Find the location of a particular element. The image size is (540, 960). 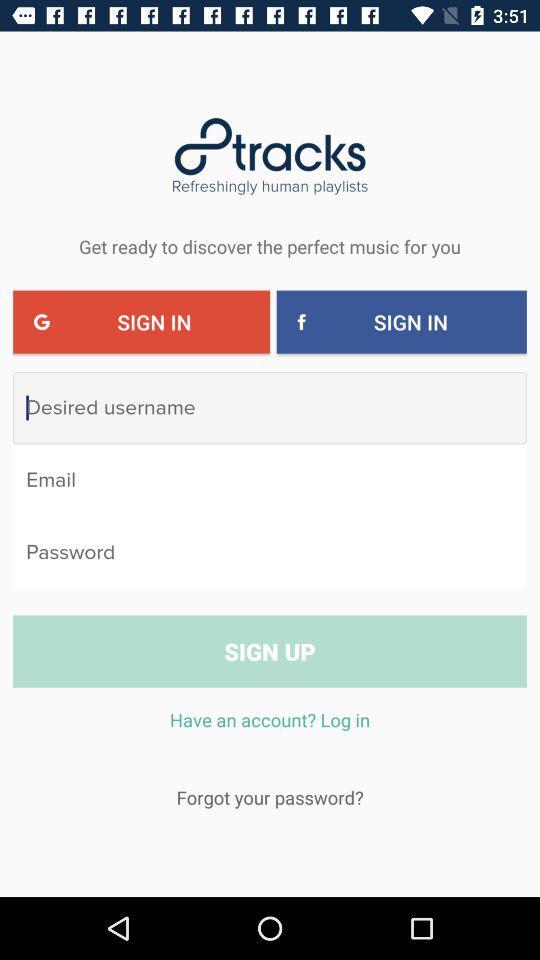

the item above the have an account item is located at coordinates (270, 650).